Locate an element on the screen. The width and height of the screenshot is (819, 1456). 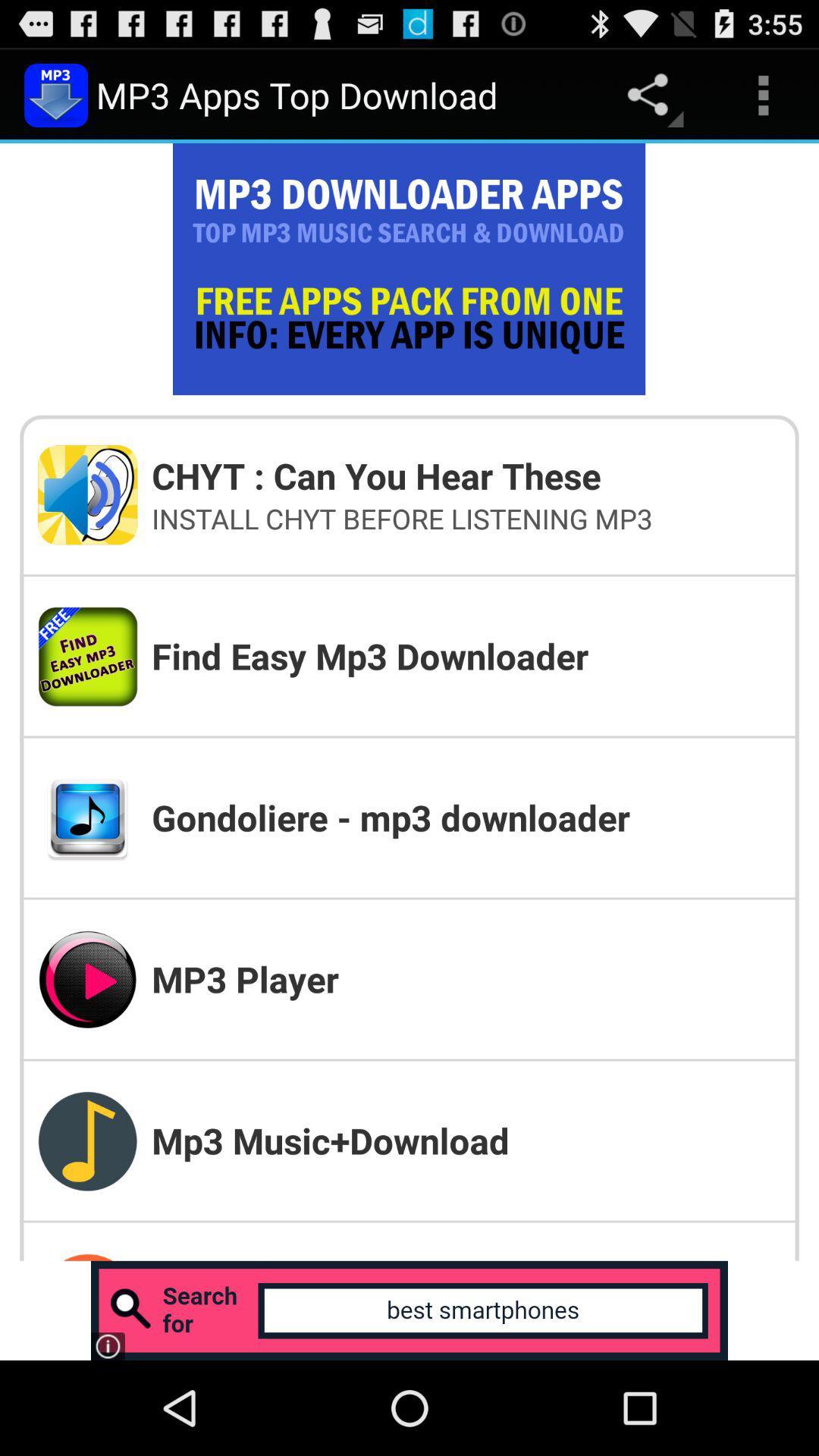
a link to an advertisement is located at coordinates (409, 1310).